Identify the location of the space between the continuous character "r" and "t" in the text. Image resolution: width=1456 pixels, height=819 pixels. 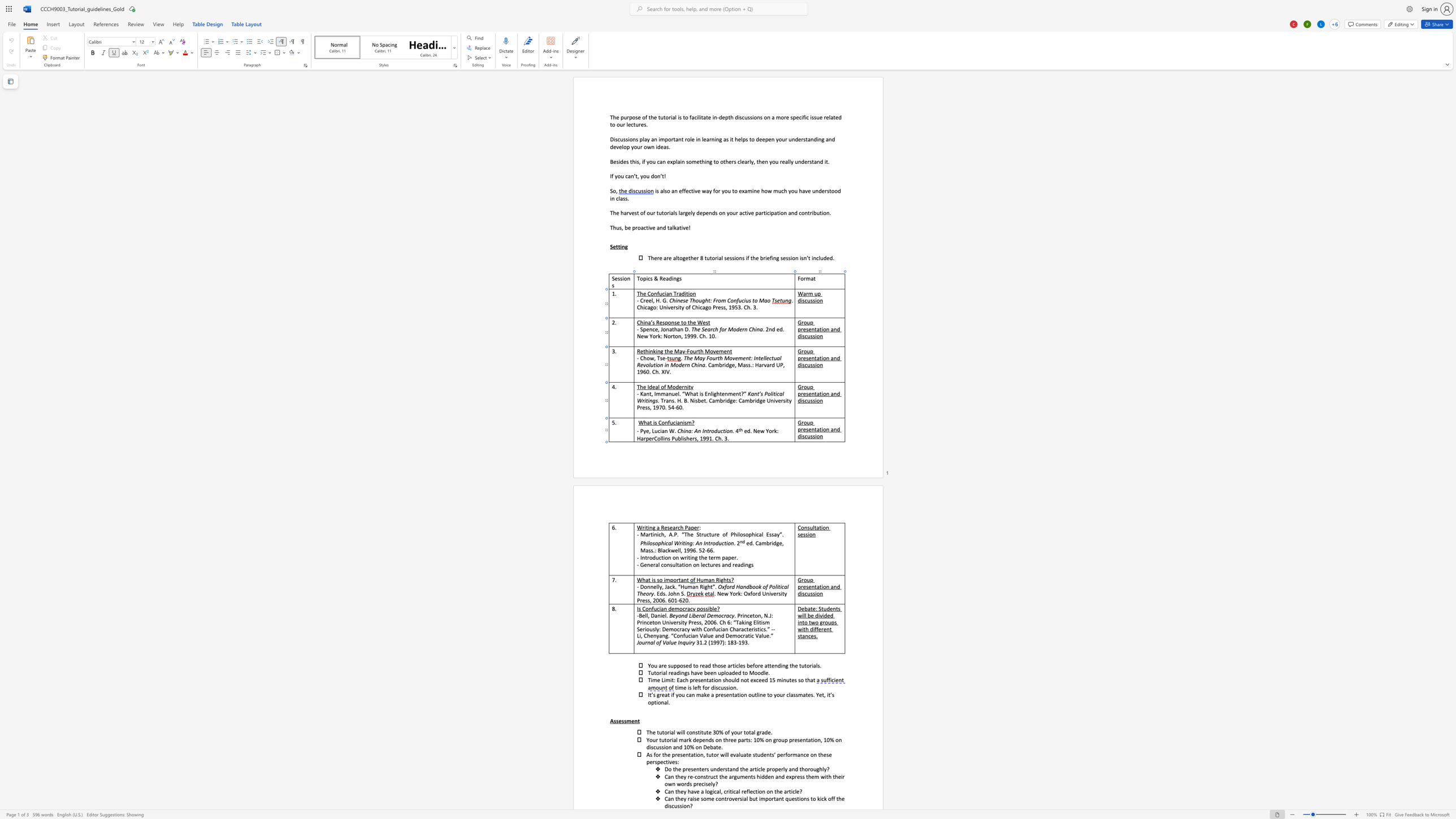
(649, 534).